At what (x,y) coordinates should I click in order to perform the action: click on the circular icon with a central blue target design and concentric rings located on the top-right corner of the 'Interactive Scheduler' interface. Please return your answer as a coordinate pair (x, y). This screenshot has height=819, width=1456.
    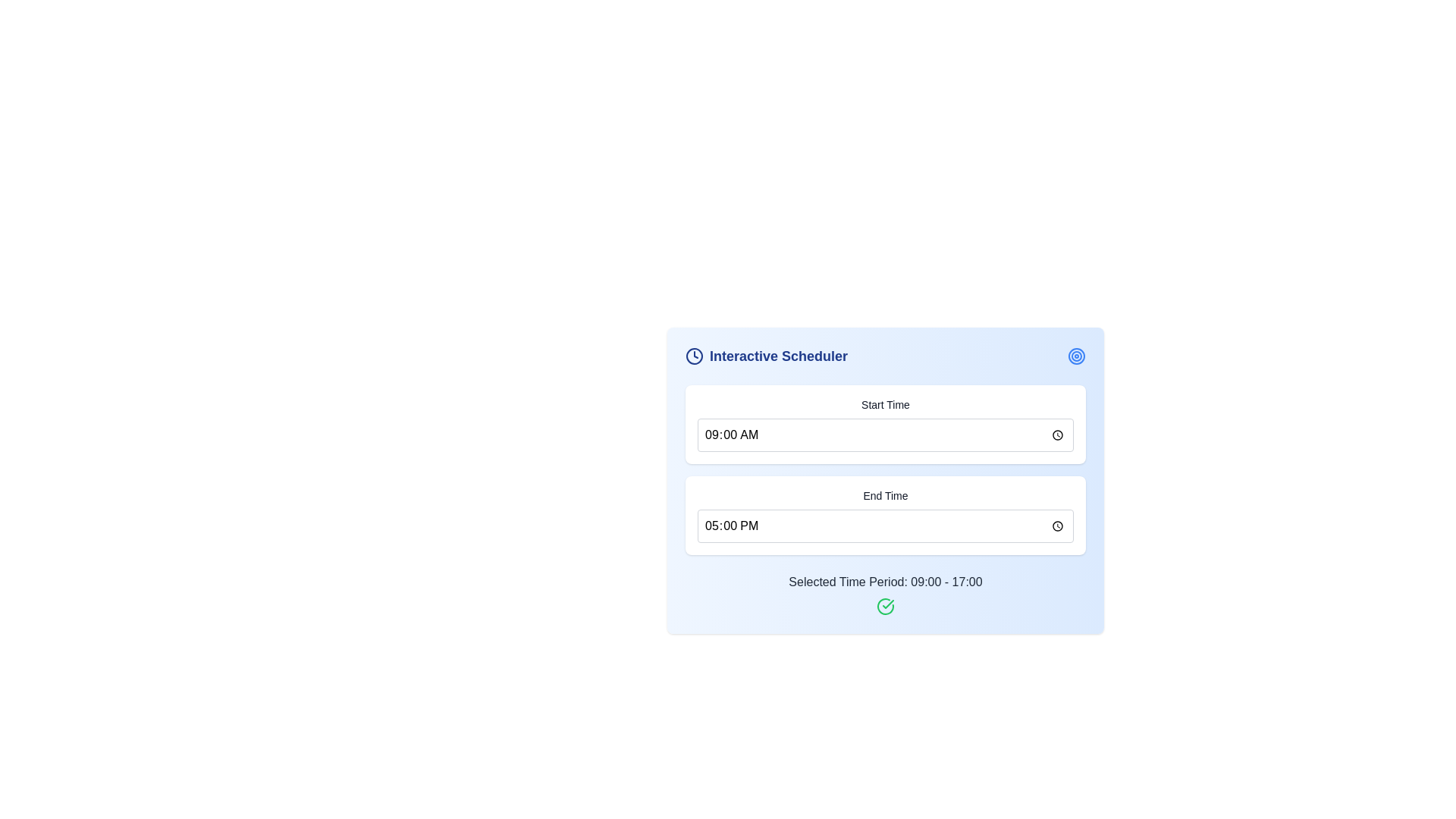
    Looking at the image, I should click on (1076, 356).